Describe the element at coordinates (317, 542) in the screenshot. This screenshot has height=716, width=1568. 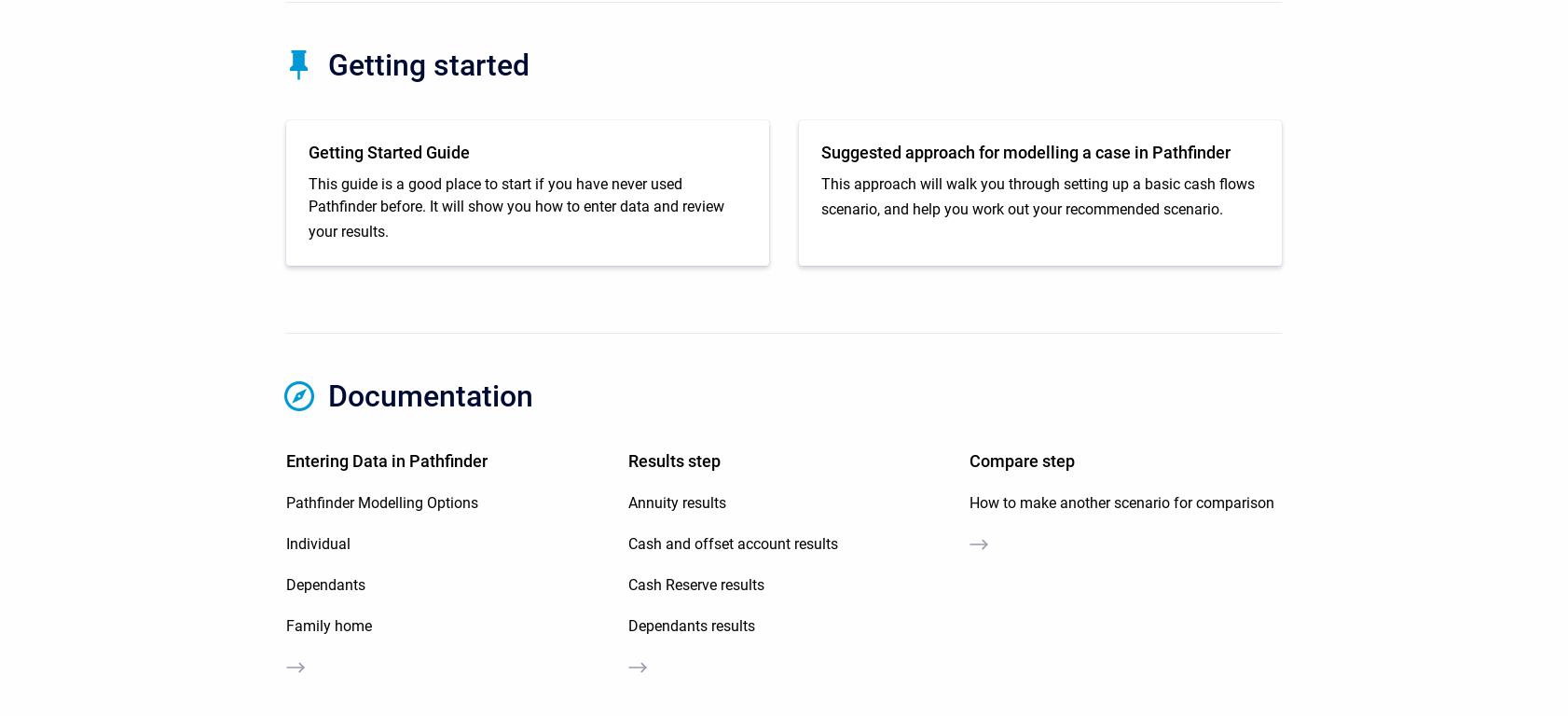
I see `'Individual'` at that location.